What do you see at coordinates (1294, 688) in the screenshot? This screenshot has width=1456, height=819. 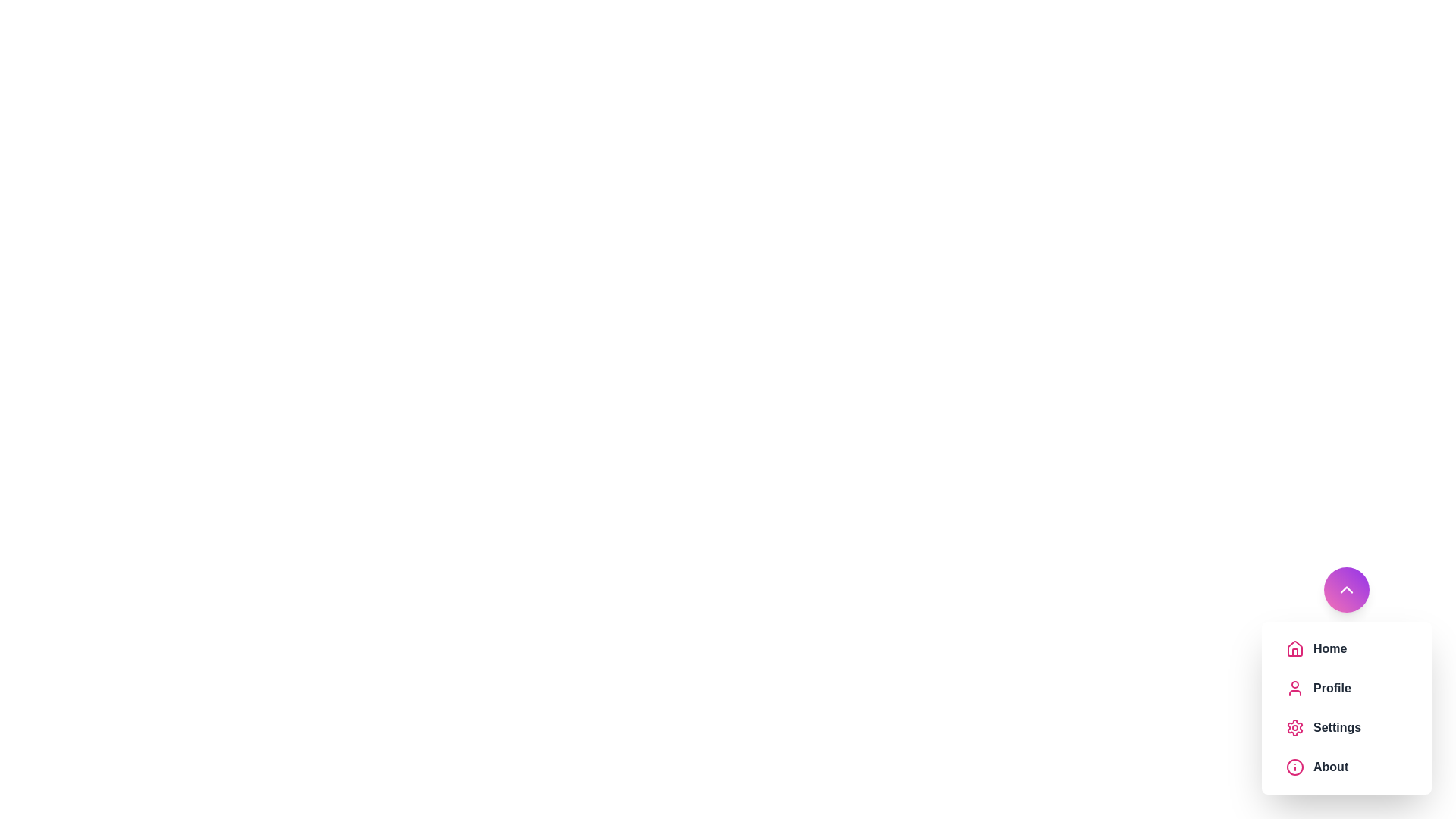 I see `the menu item icon corresponding to Profile` at bounding box center [1294, 688].